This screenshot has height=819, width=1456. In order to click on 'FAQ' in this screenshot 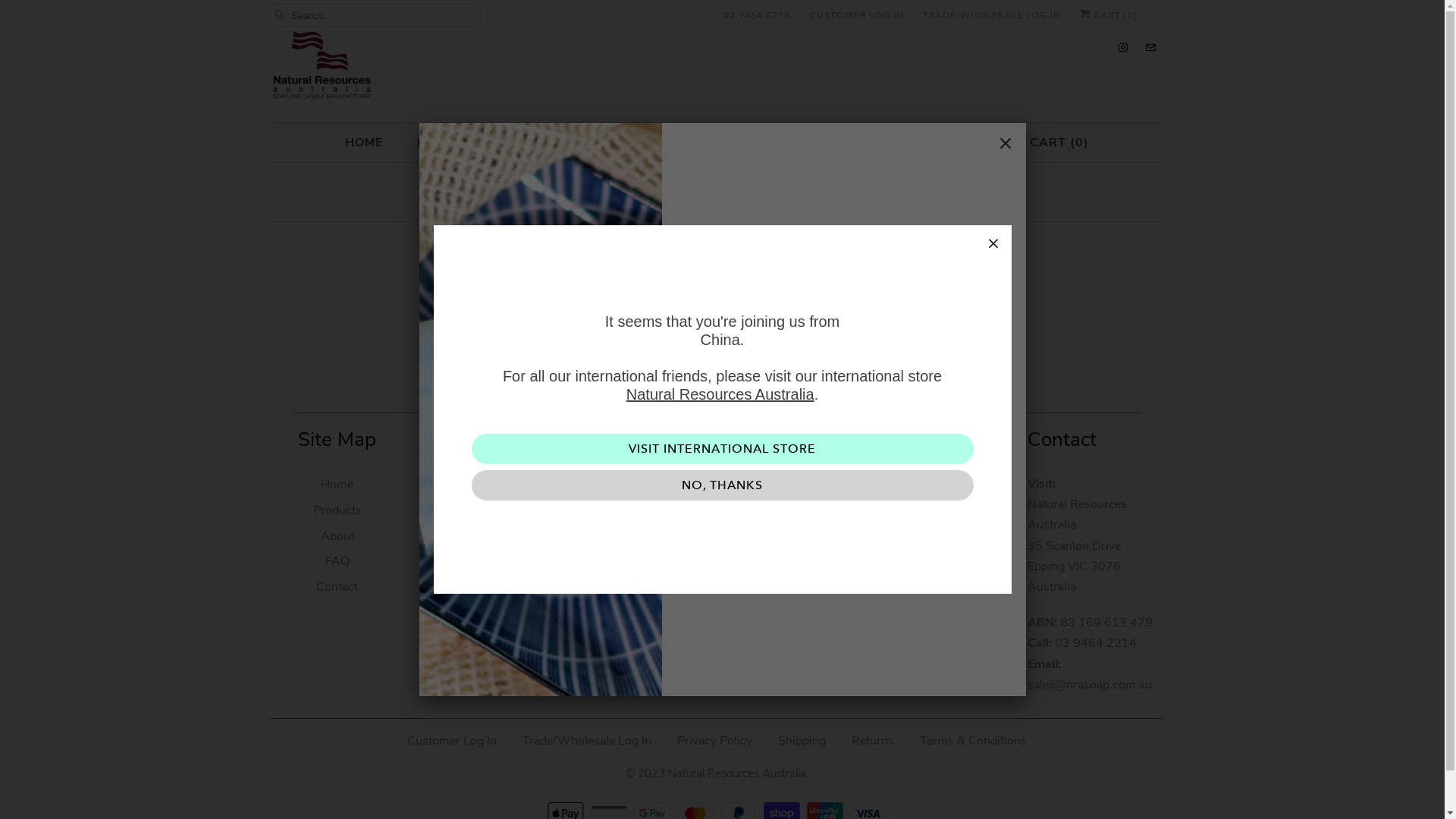, I will do `click(337, 561)`.